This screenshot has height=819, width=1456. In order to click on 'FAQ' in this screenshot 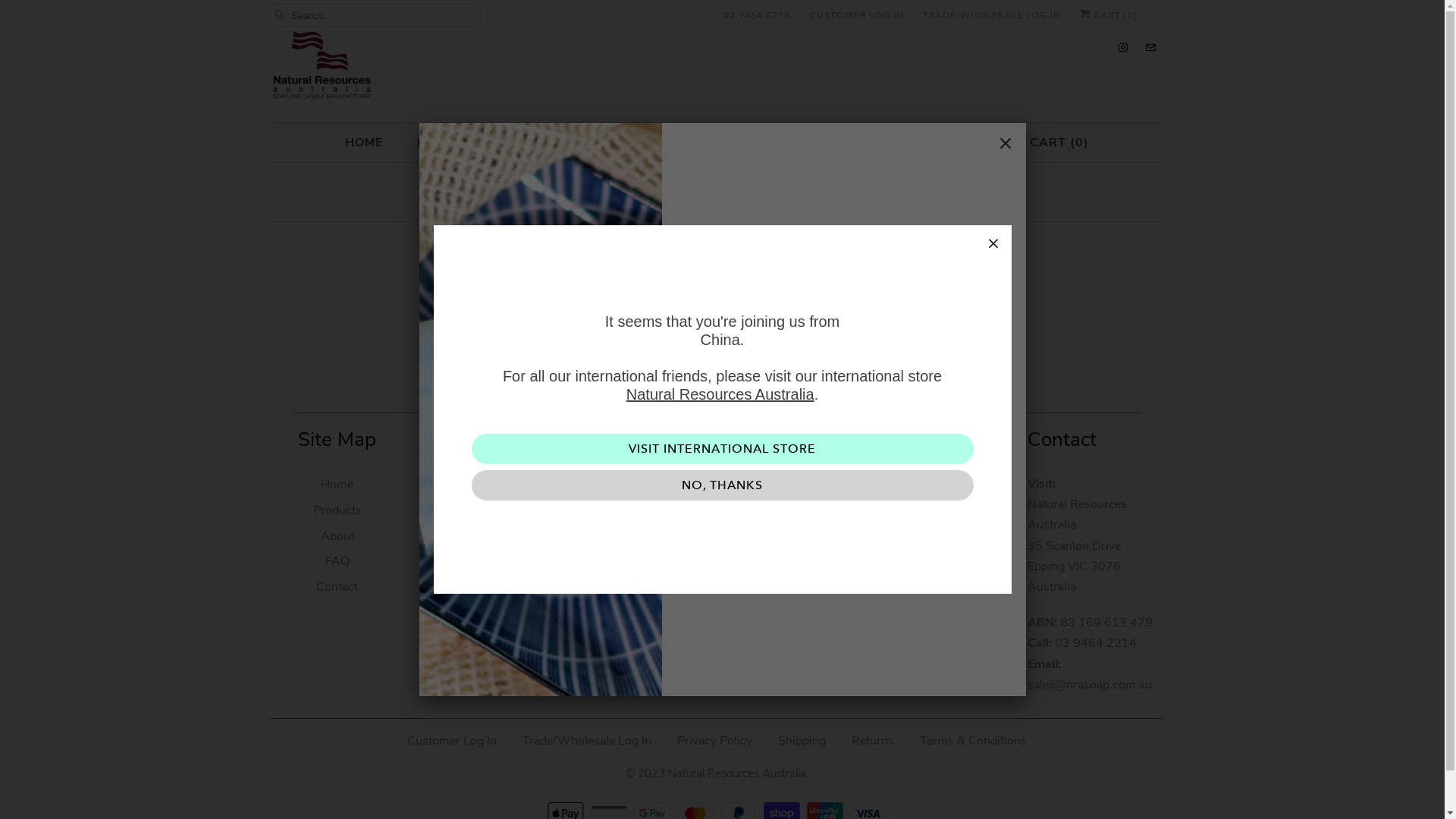, I will do `click(337, 561)`.